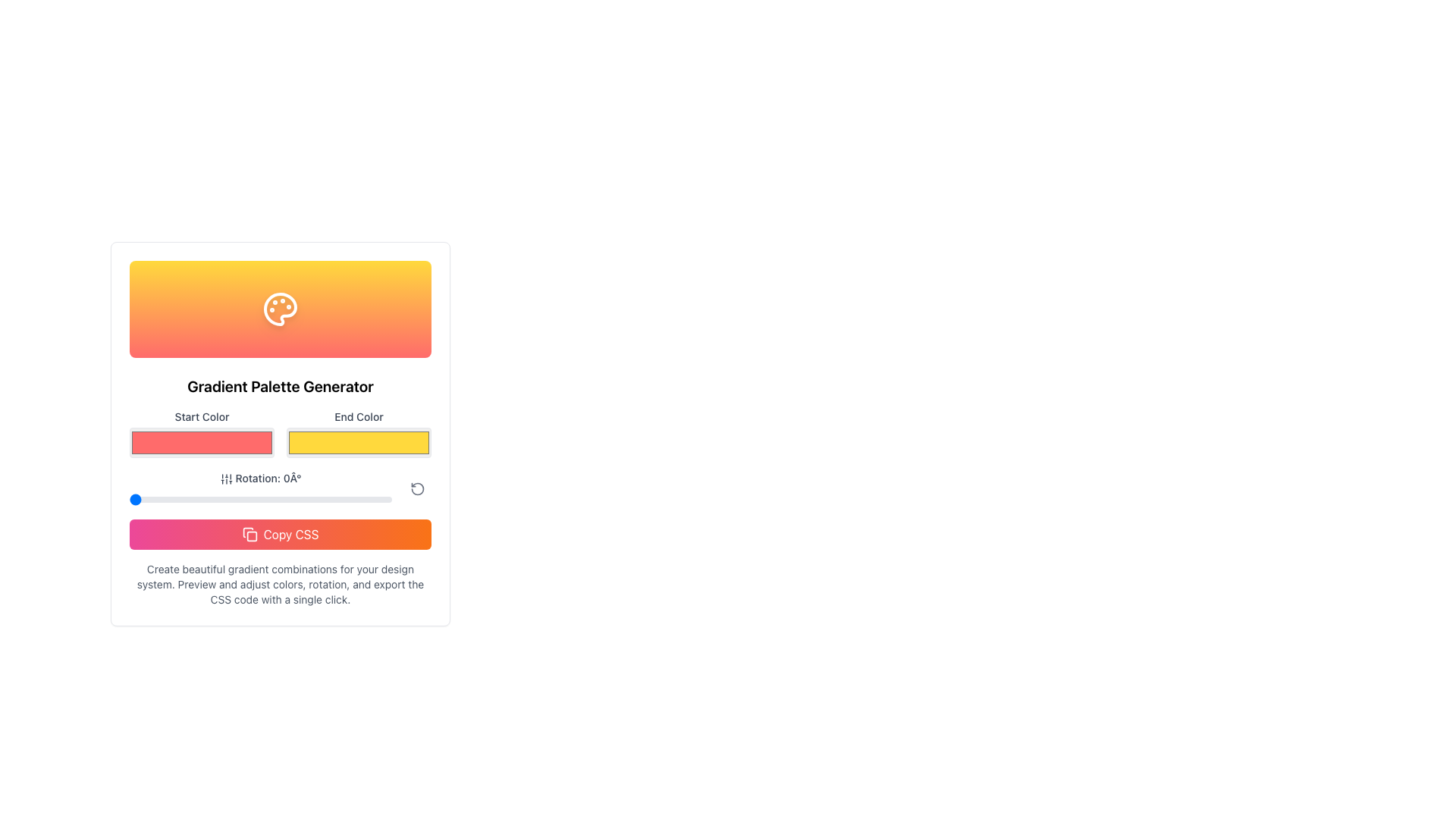 The image size is (1456, 819). What do you see at coordinates (418, 488) in the screenshot?
I see `the rotation/reset icon located within the circular button at the bottom-right of the 'Gradient Palette Generator' interface card` at bounding box center [418, 488].